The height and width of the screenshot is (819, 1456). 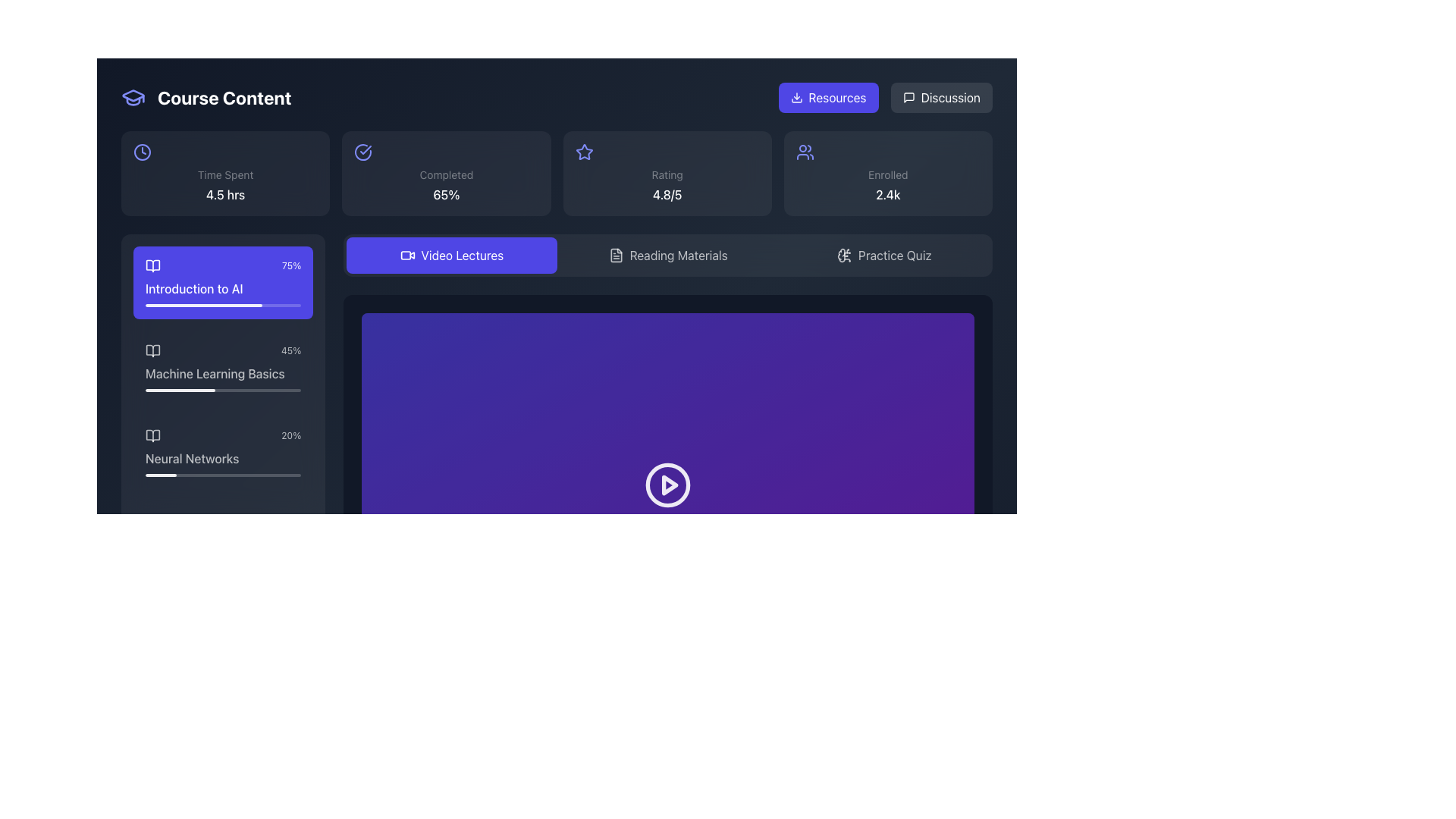 What do you see at coordinates (445, 194) in the screenshot?
I see `the non-interactive text display showing '65%' which is styled with a medium font weight and located below the 'Completed' label in the top-right section of the interface` at bounding box center [445, 194].